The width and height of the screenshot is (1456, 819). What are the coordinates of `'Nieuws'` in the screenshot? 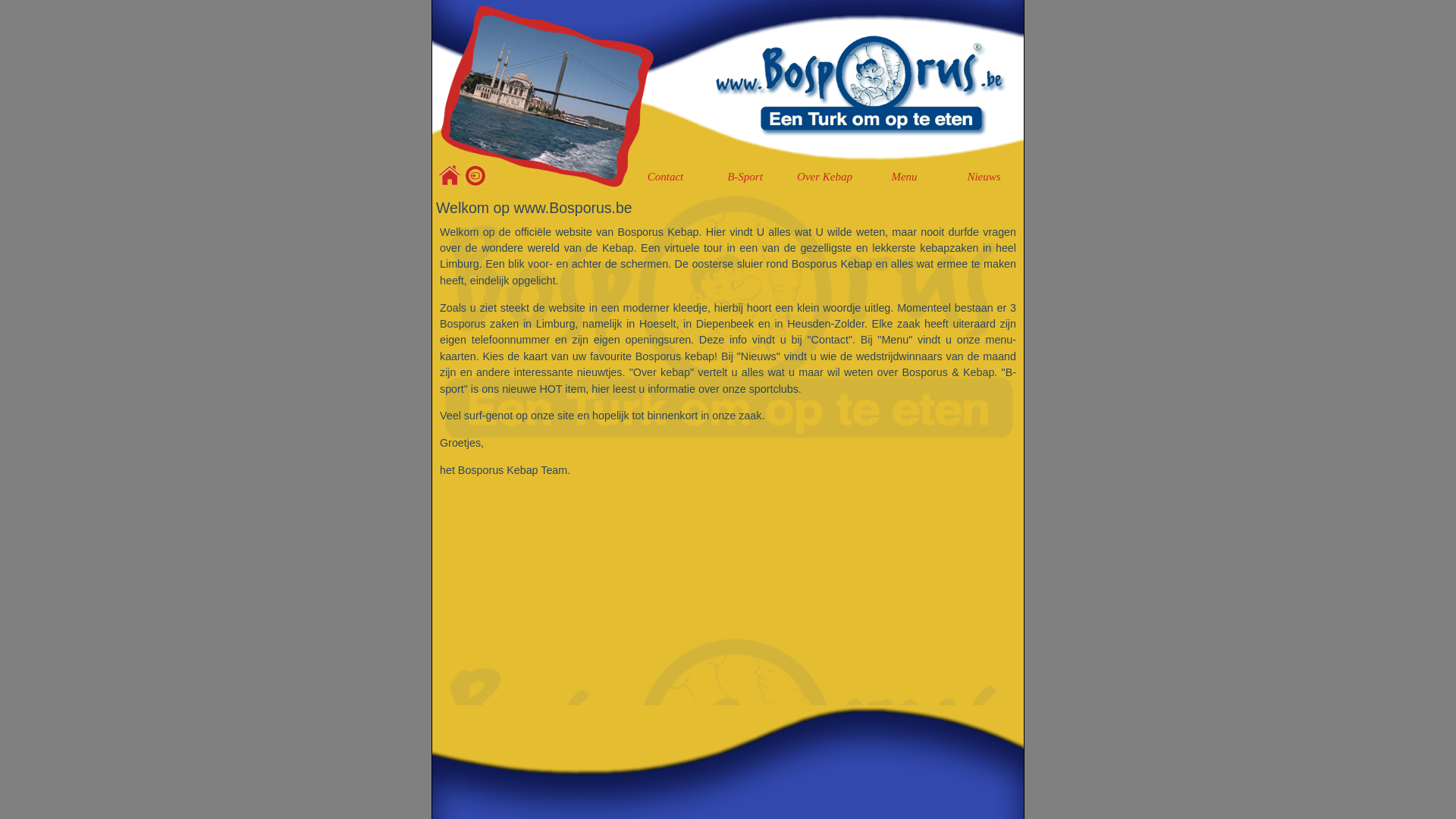 It's located at (946, 177).